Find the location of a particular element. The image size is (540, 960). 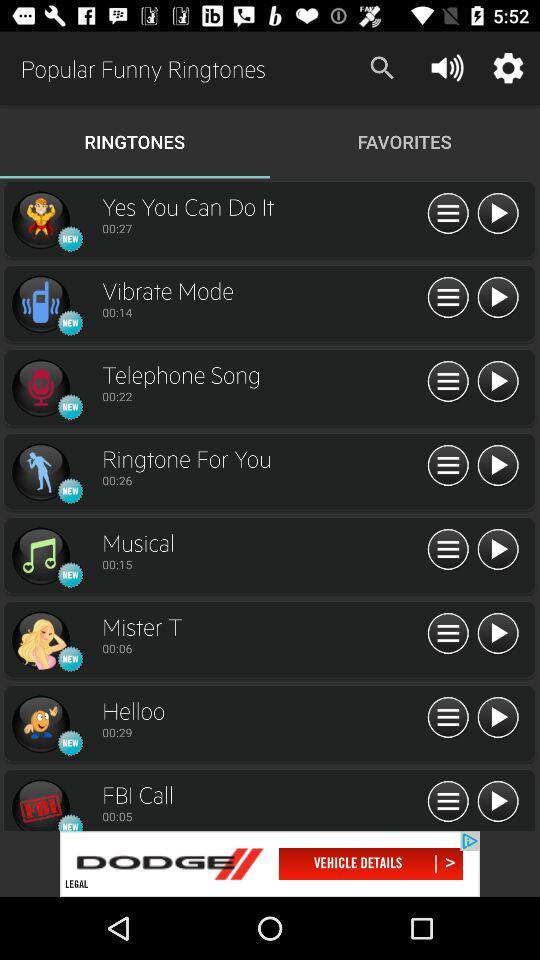

set this as my ringtone is located at coordinates (40, 472).